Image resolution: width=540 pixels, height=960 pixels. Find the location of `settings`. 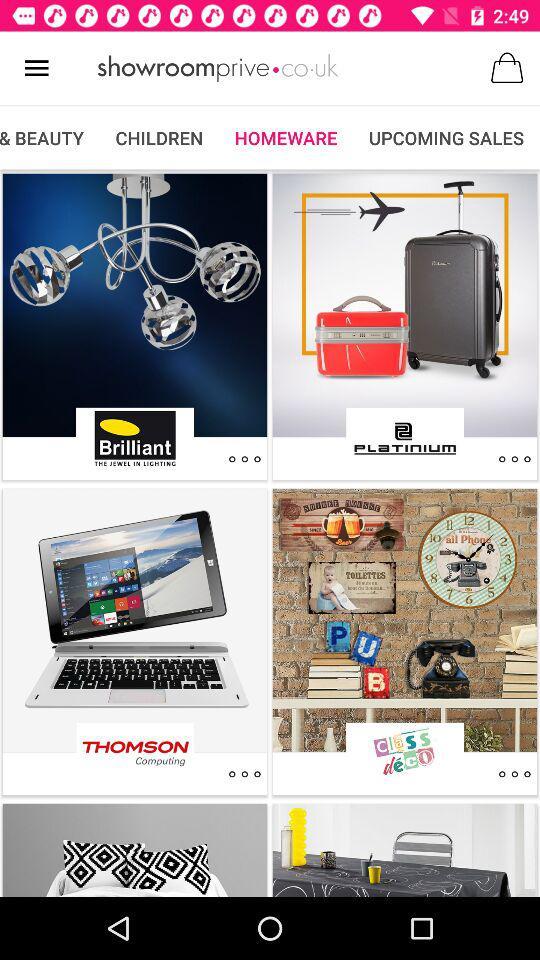

settings is located at coordinates (244, 459).